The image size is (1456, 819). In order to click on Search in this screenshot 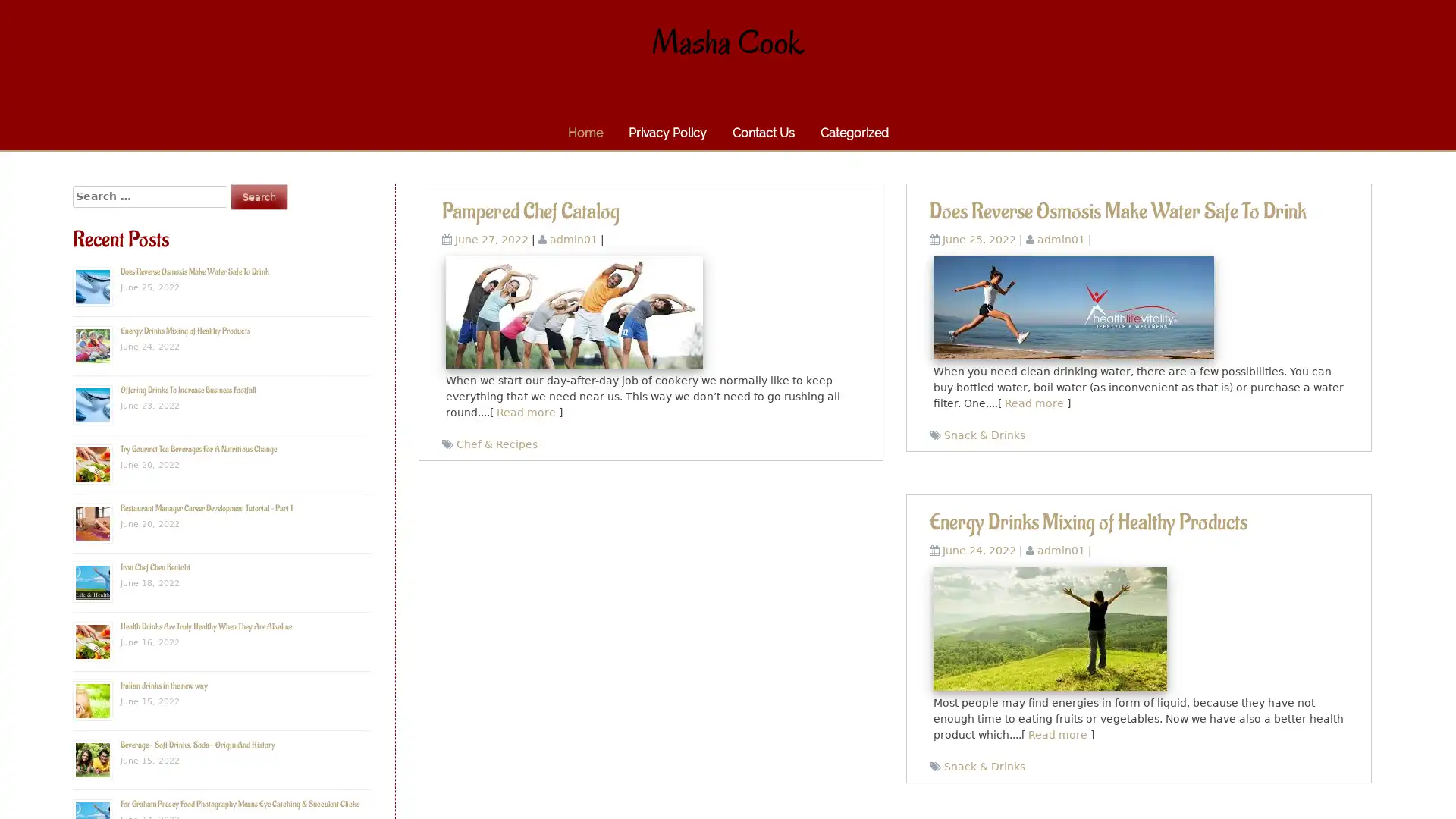, I will do `click(259, 196)`.